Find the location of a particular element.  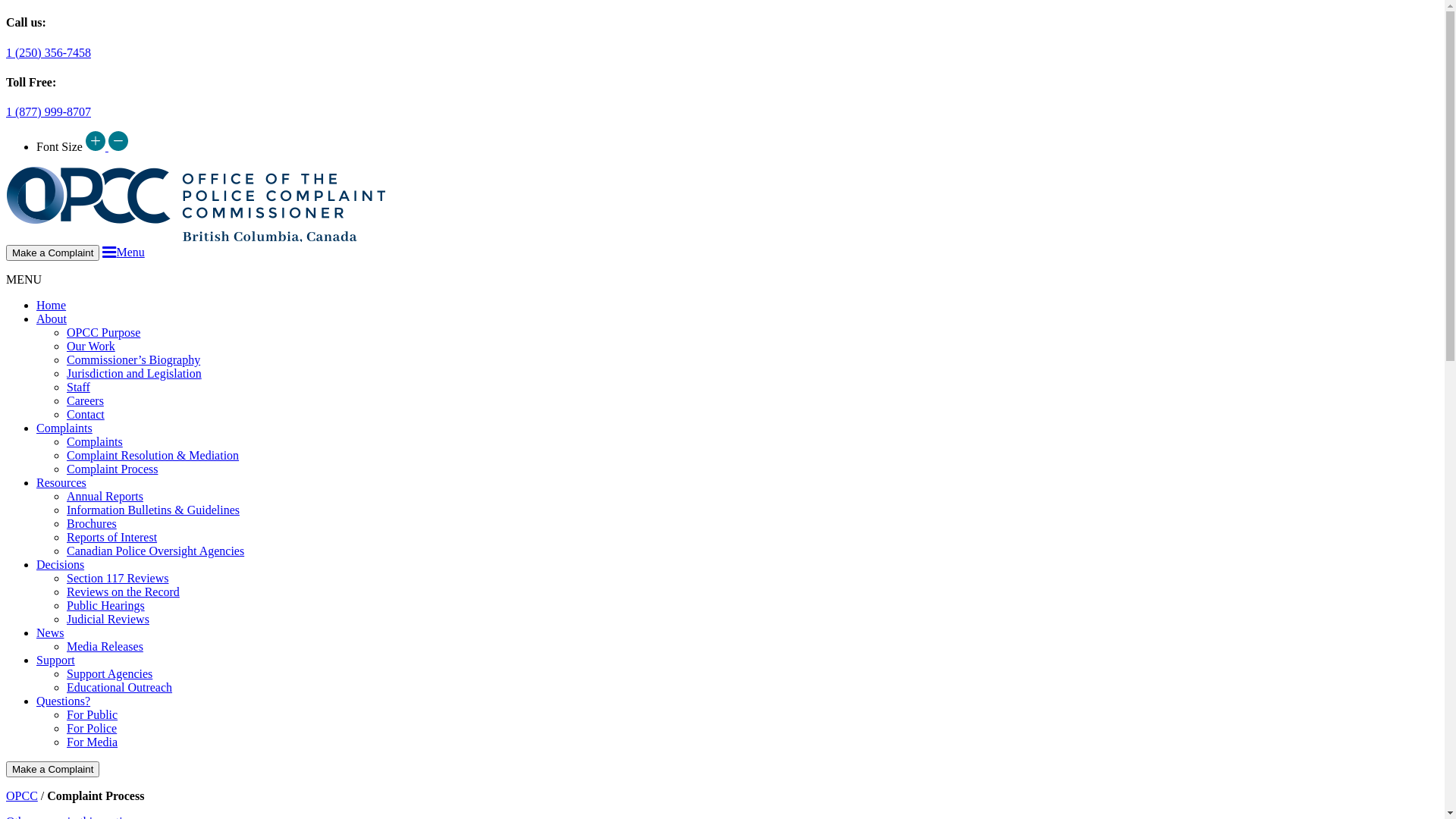

'Menu' is located at coordinates (123, 251).